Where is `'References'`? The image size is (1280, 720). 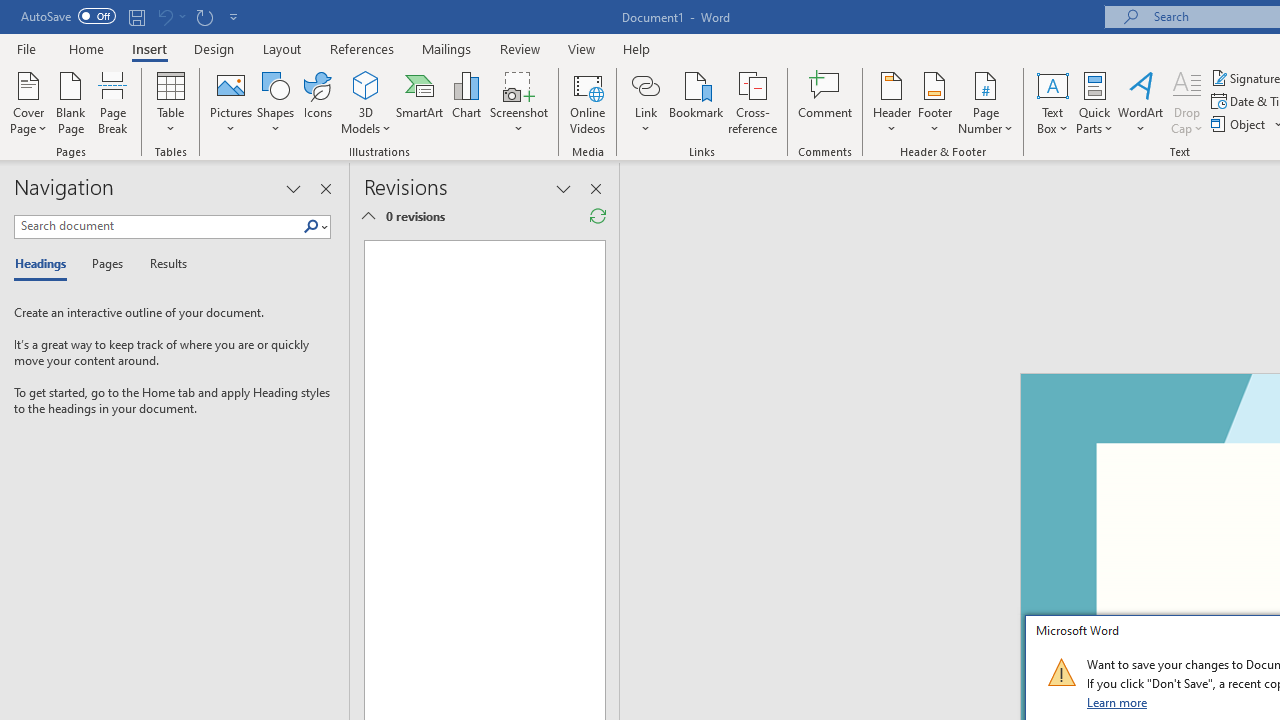 'References' is located at coordinates (362, 48).